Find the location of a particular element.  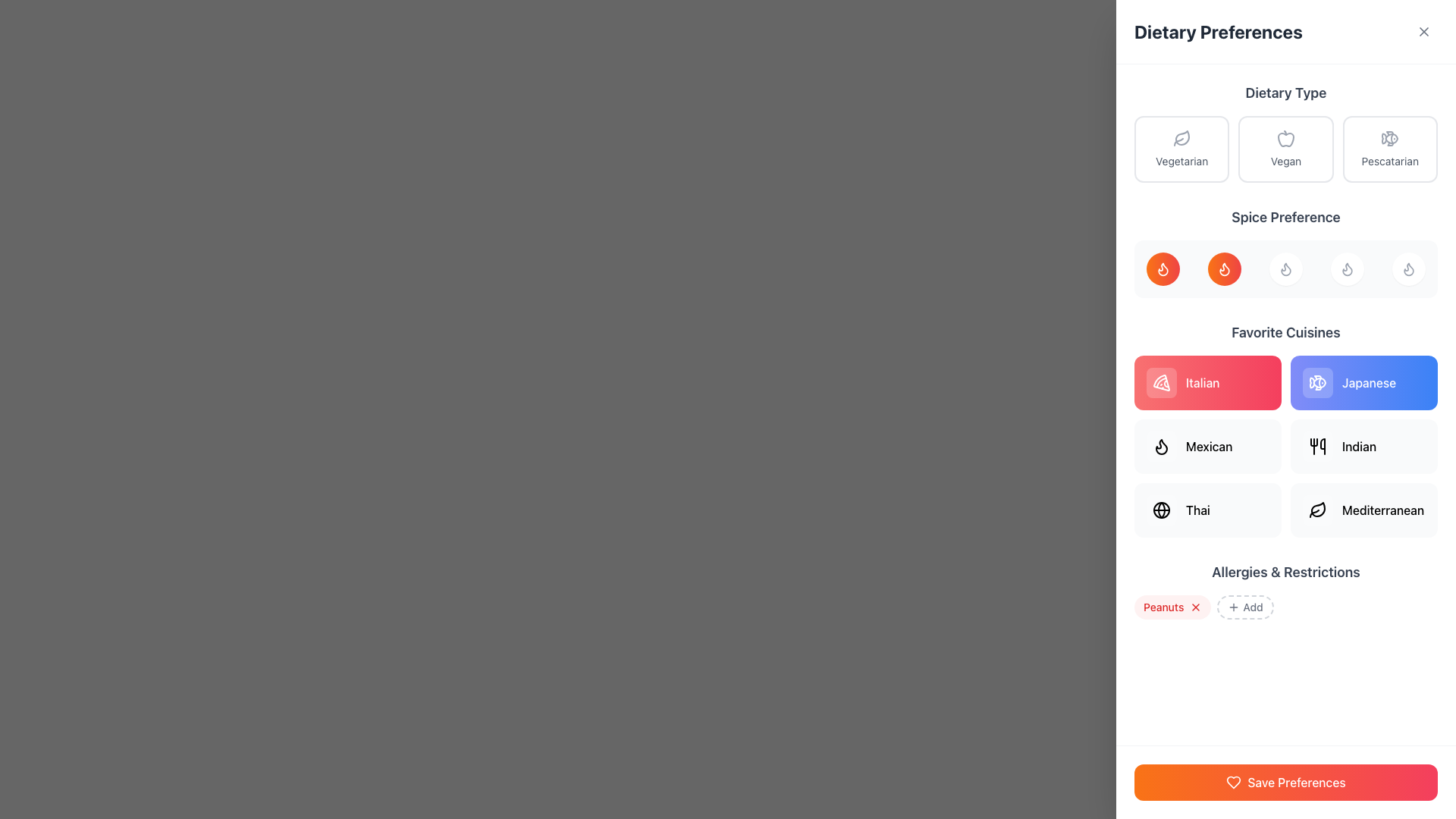

the 'Indian' button with utensils icon in the 'Favorite Cuisines' section is located at coordinates (1364, 446).